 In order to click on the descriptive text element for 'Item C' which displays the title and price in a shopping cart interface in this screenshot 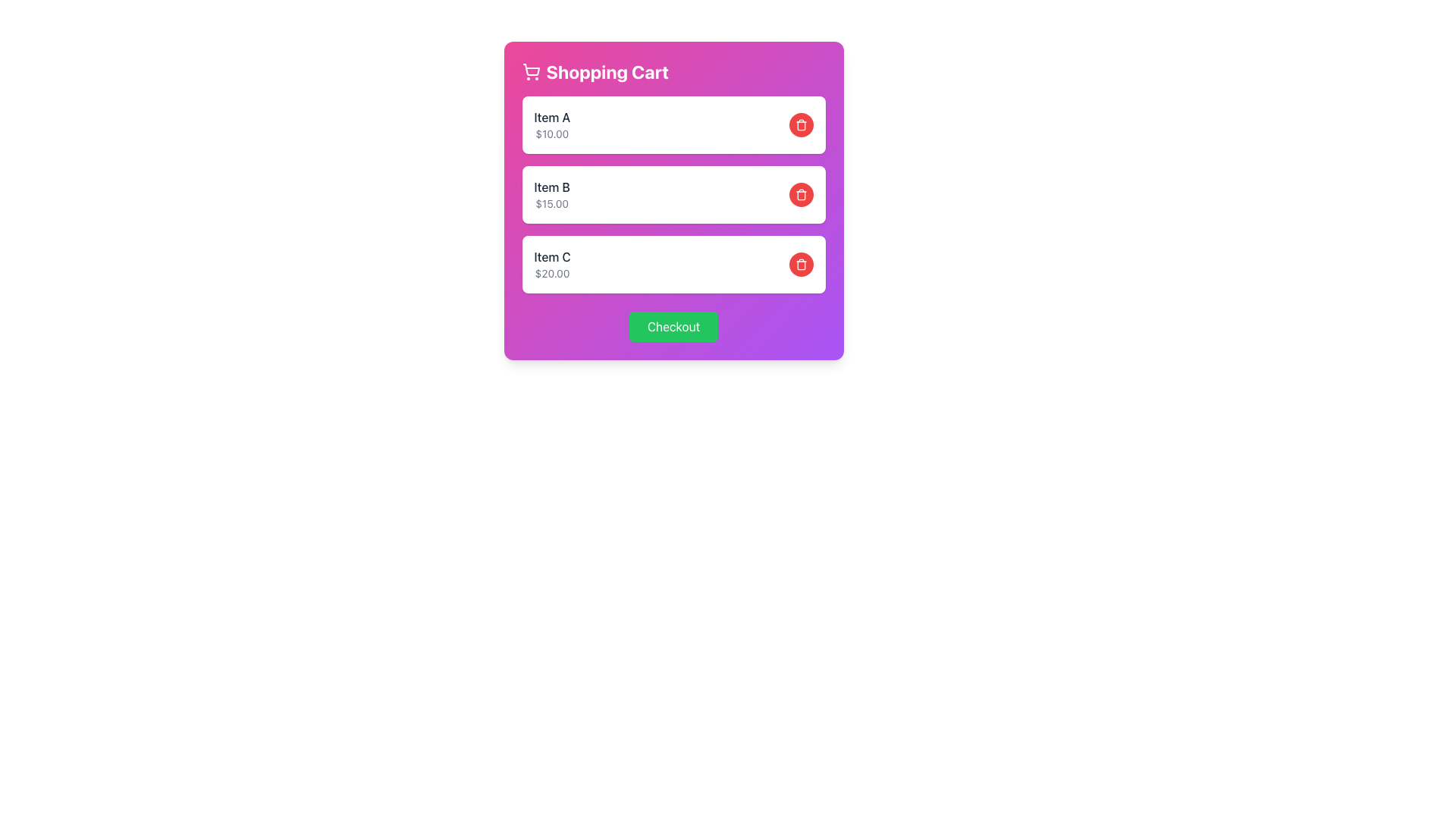, I will do `click(551, 263)`.